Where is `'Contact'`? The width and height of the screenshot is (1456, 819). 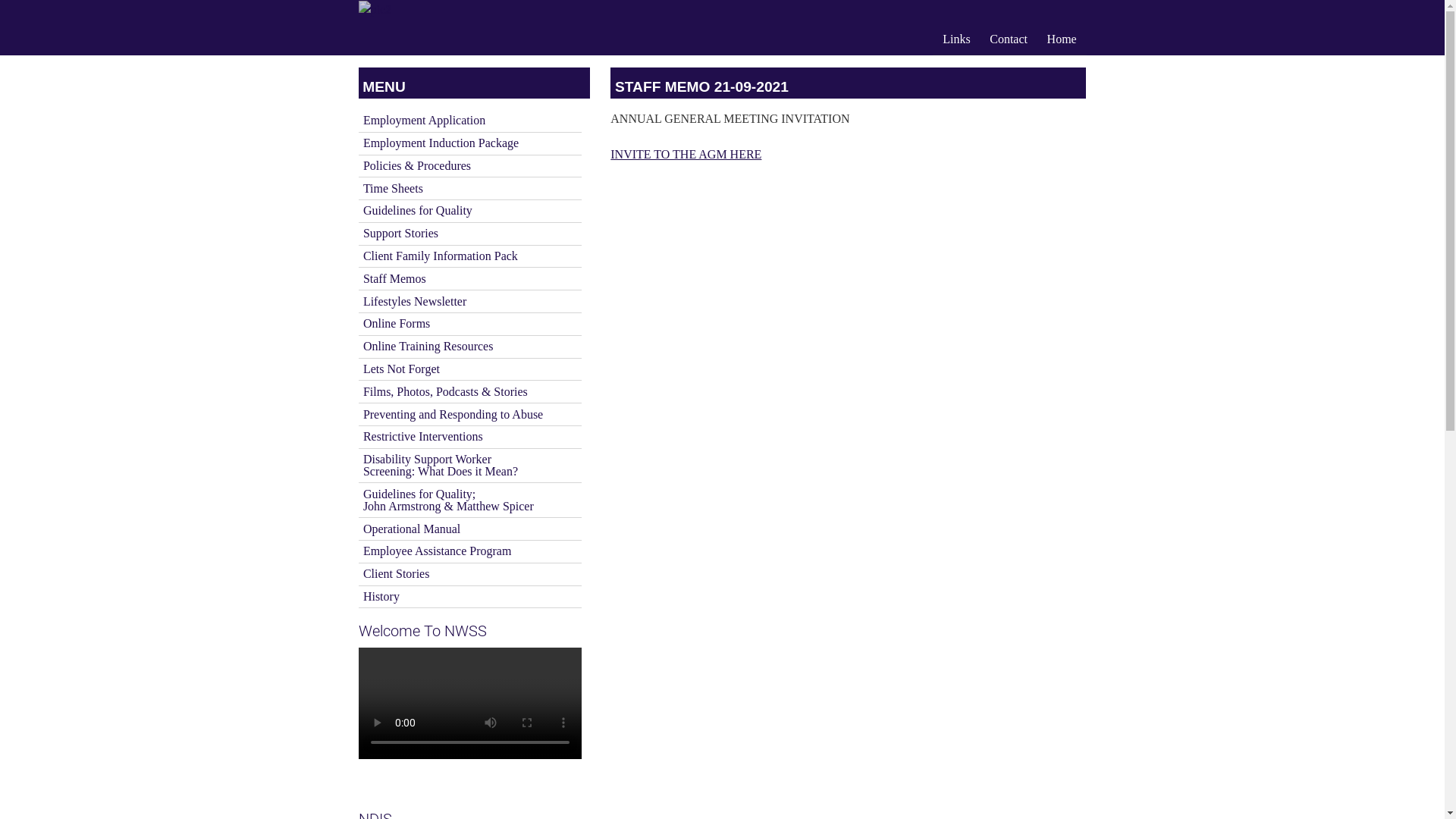
'Contact' is located at coordinates (1008, 38).